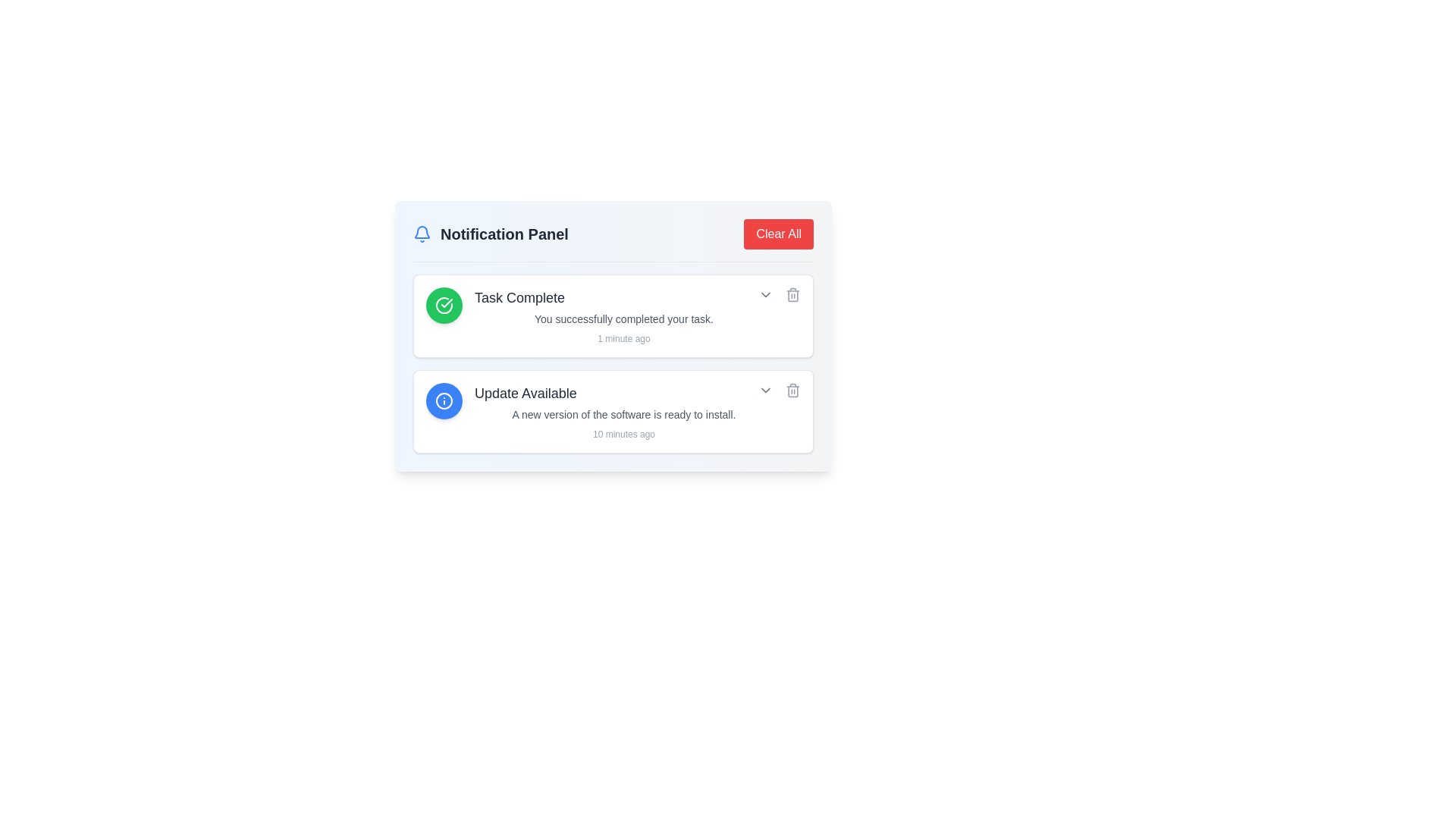  What do you see at coordinates (613, 412) in the screenshot?
I see `the second notification card in the notification panel` at bounding box center [613, 412].